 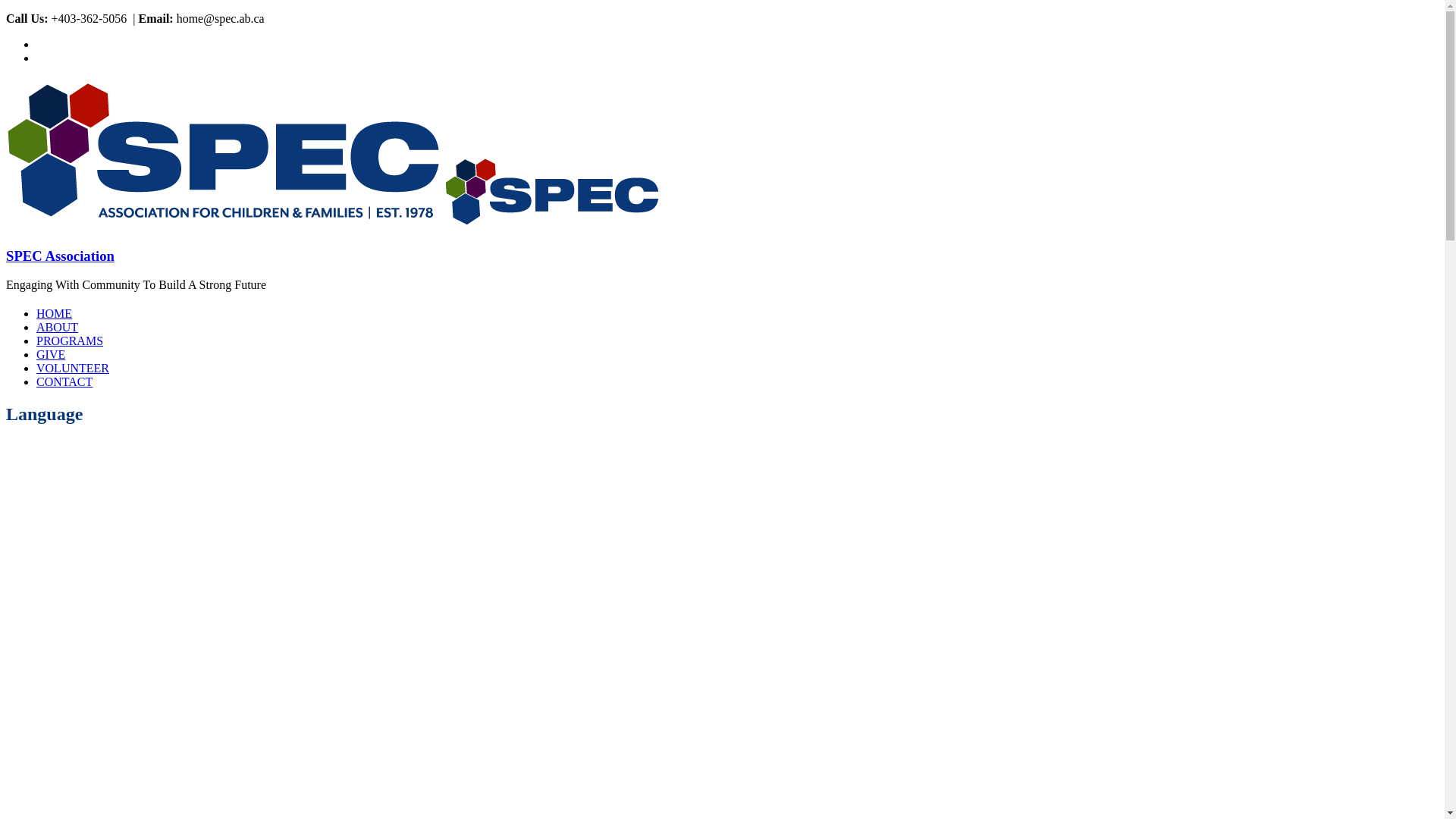 What do you see at coordinates (51, 354) in the screenshot?
I see `'GIVE'` at bounding box center [51, 354].